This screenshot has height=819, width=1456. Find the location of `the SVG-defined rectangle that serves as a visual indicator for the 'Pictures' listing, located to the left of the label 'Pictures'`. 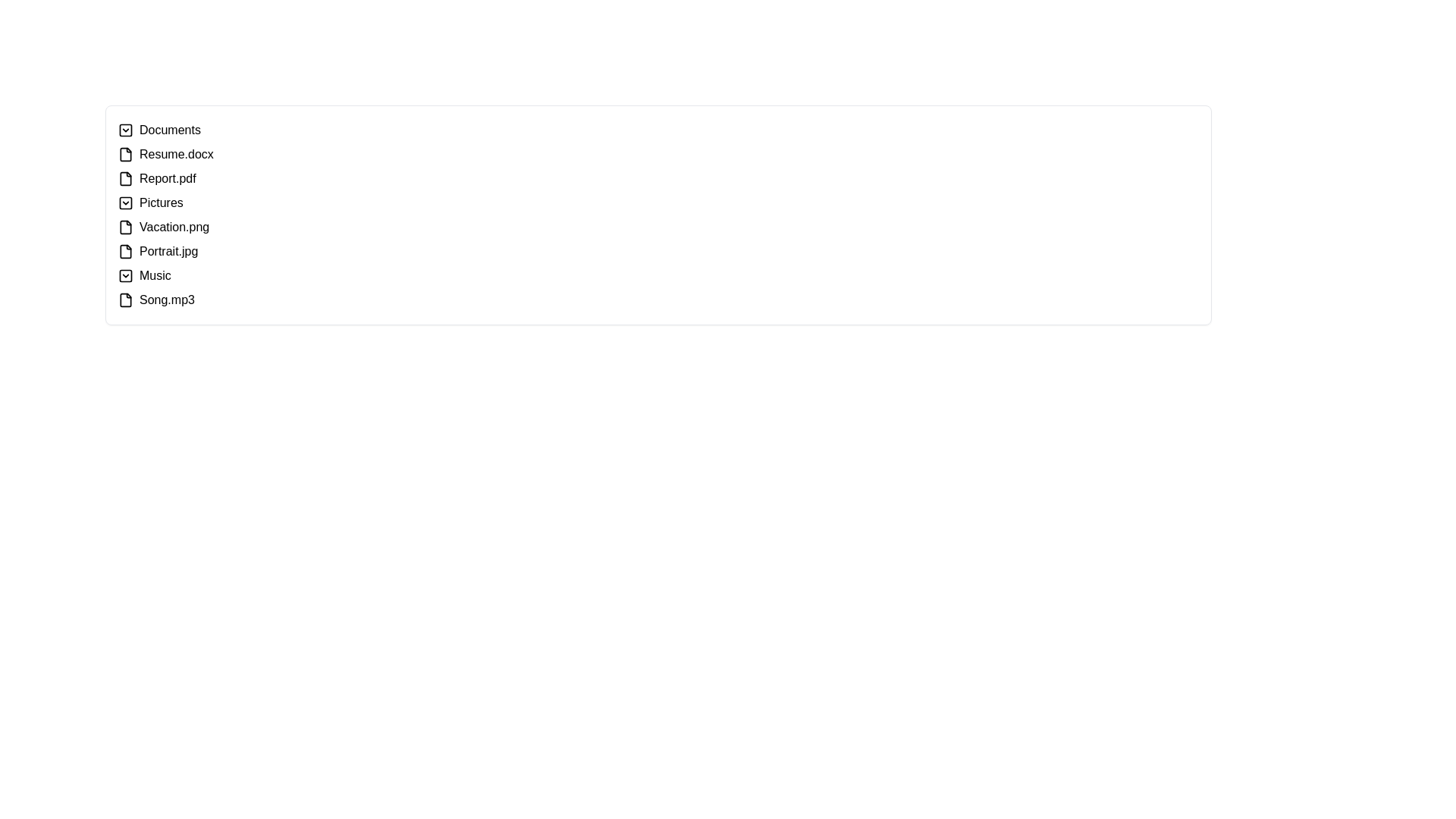

the SVG-defined rectangle that serves as a visual indicator for the 'Pictures' listing, located to the left of the label 'Pictures' is located at coordinates (126, 202).